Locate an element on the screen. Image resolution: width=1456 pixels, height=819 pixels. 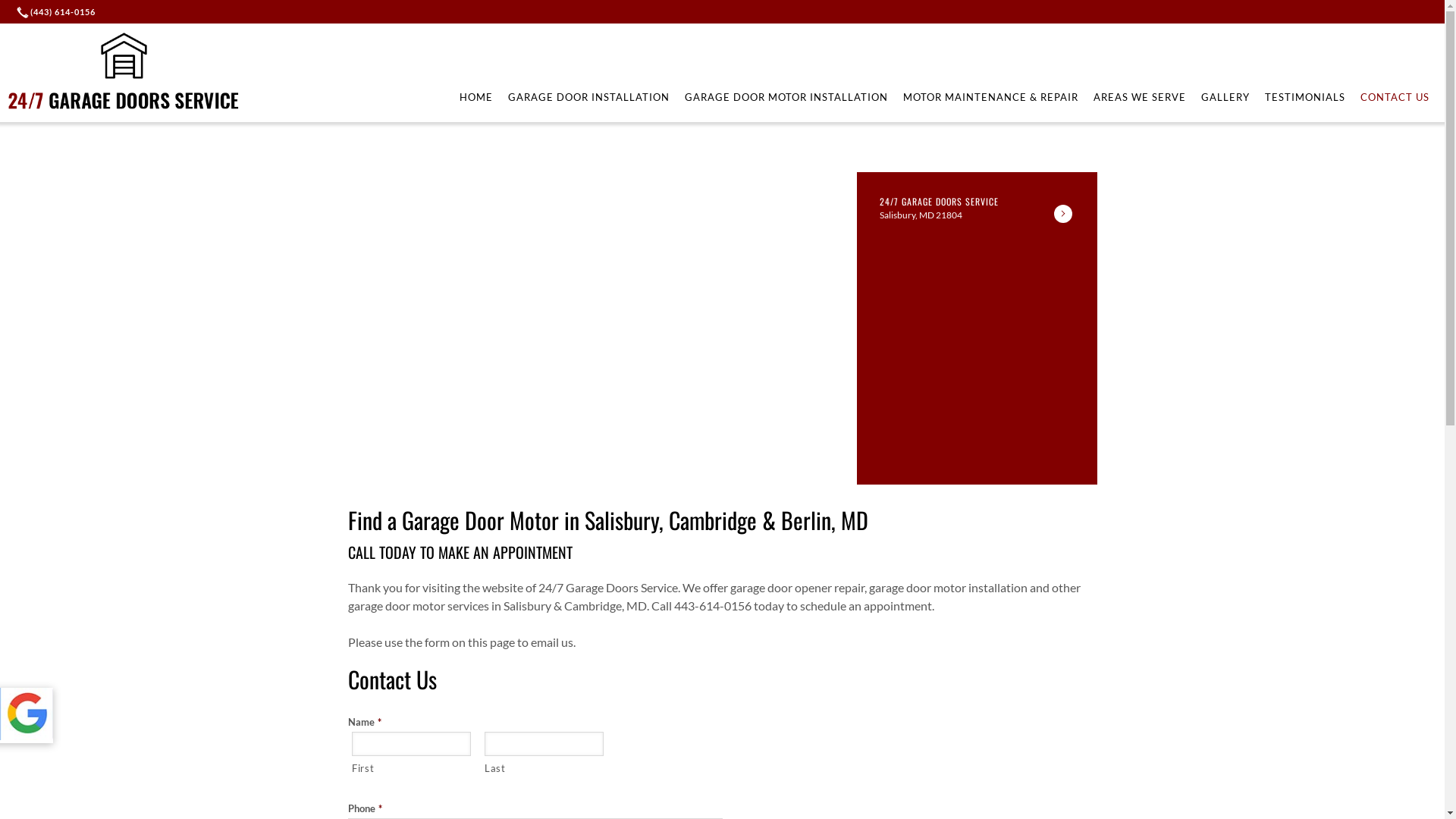
'(443) 614-0156' is located at coordinates (58, 11).